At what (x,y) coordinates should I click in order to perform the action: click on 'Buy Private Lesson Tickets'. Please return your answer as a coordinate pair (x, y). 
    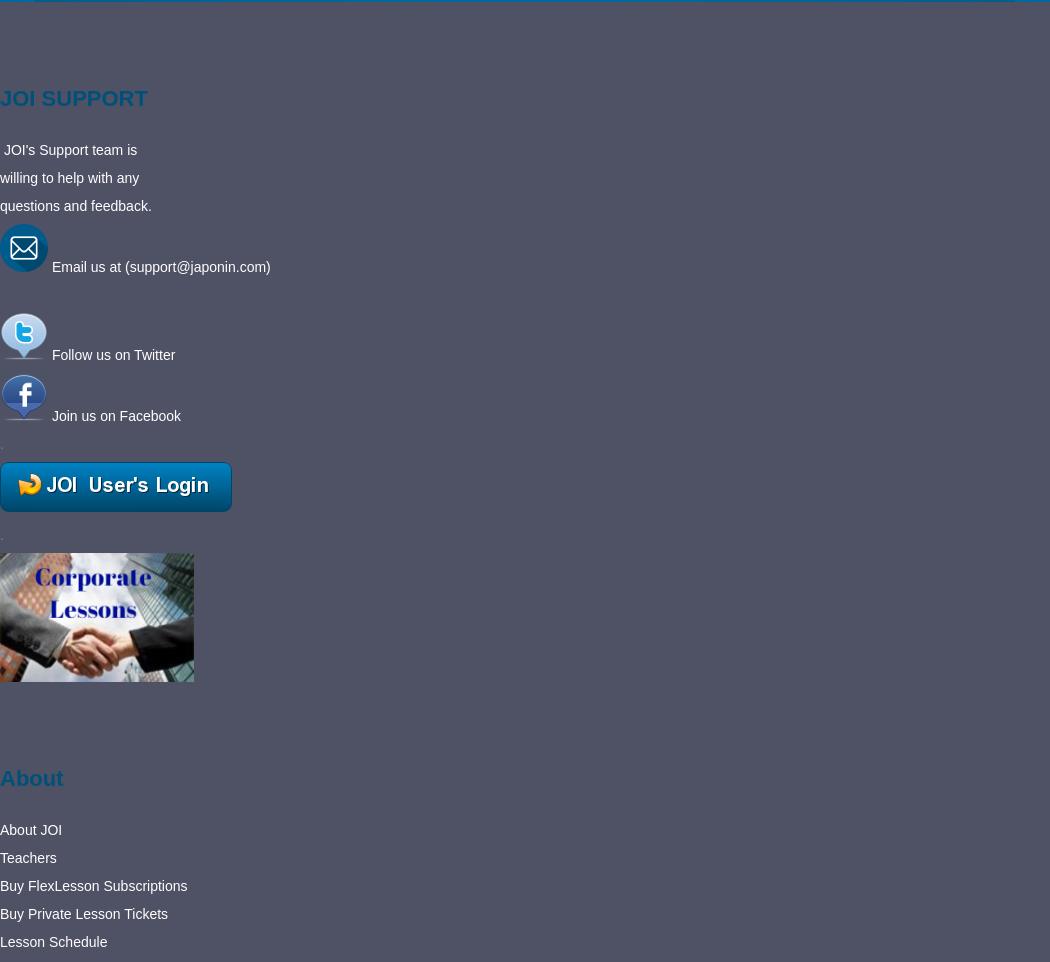
    Looking at the image, I should click on (84, 912).